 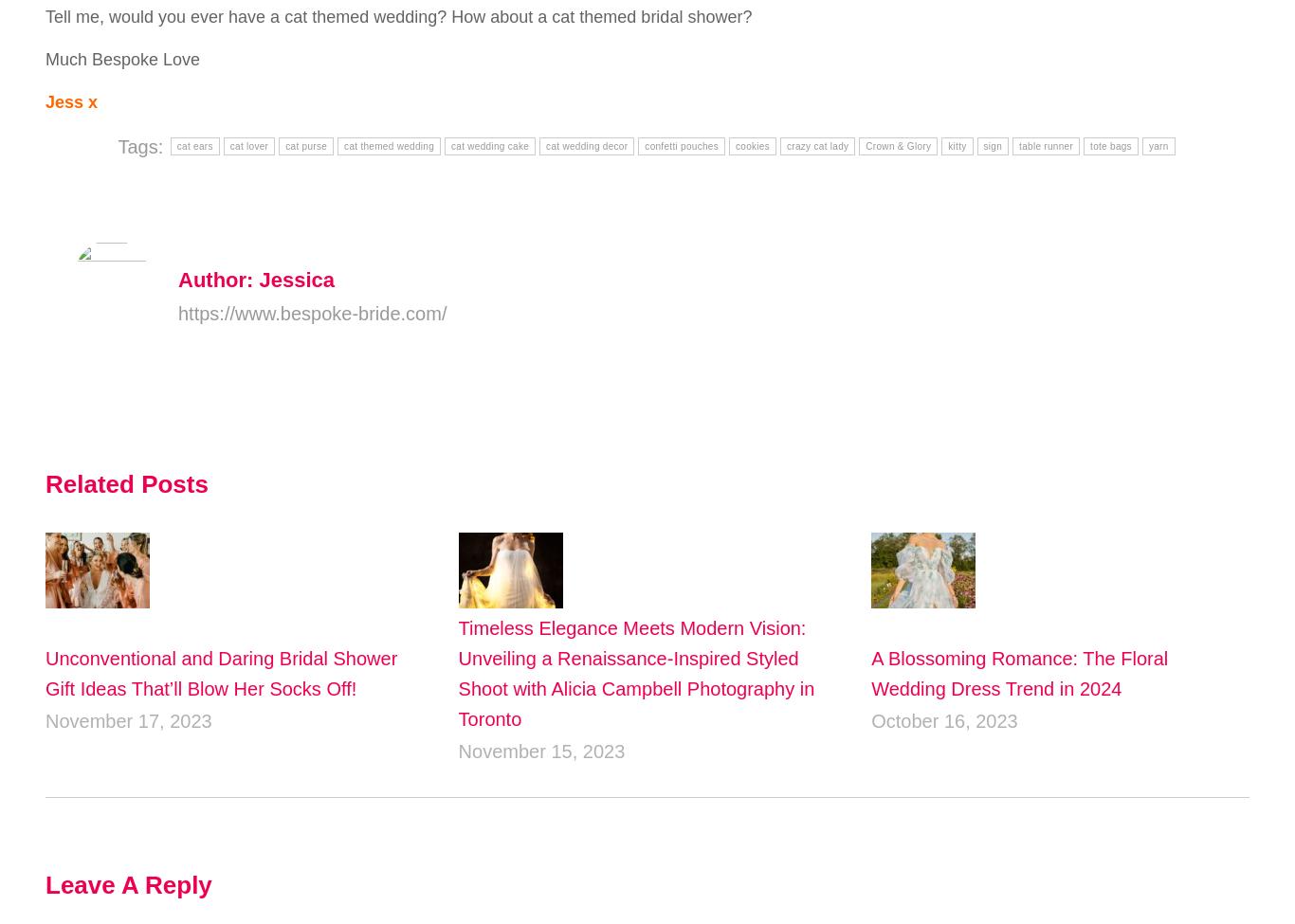 What do you see at coordinates (221, 672) in the screenshot?
I see `'Unconventional and Daring Bridal Shower Gift Ideas That’ll Blow Her Socks Off!'` at bounding box center [221, 672].